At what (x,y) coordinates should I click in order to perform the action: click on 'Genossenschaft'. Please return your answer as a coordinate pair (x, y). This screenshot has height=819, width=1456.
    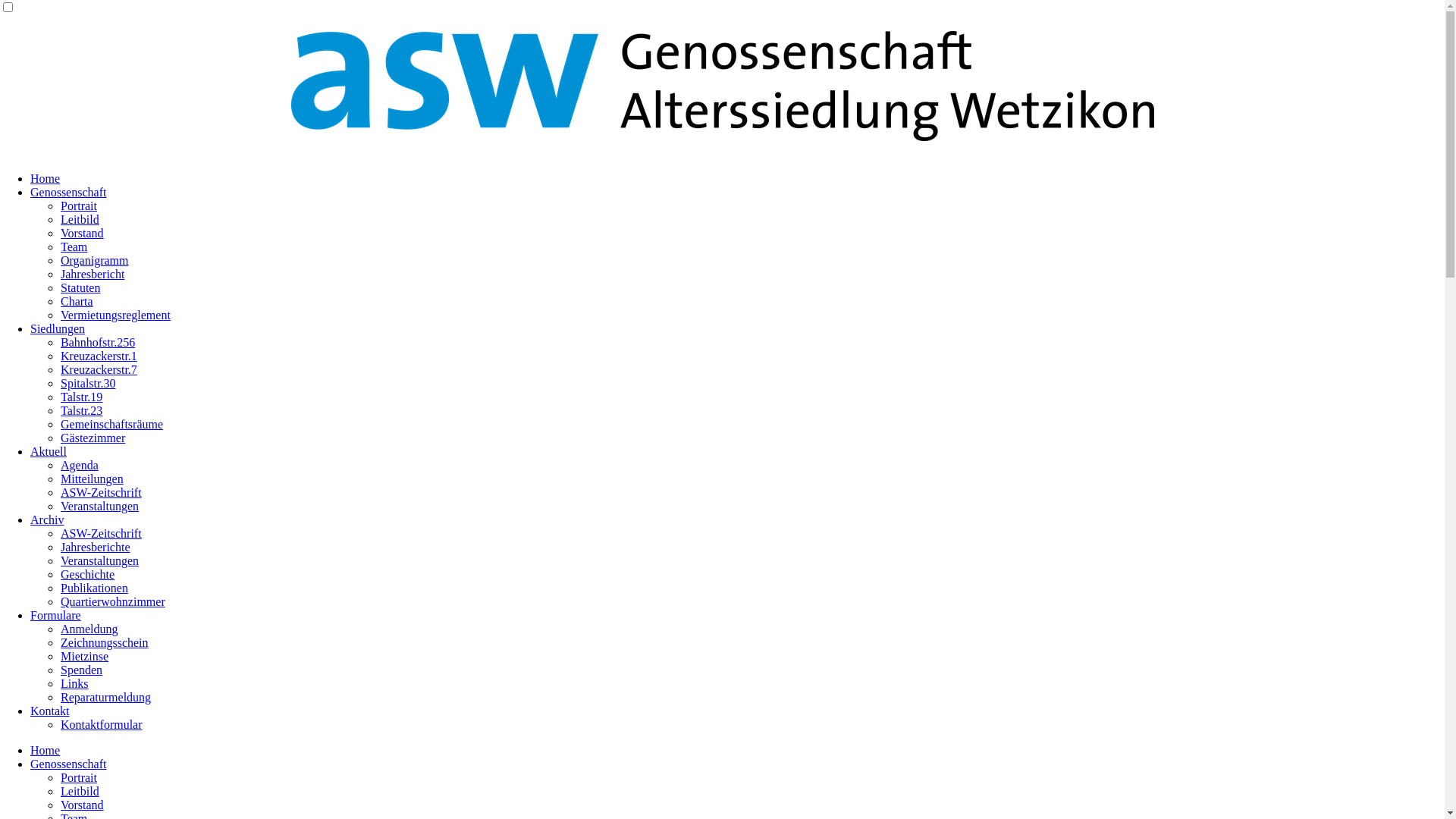
    Looking at the image, I should click on (67, 764).